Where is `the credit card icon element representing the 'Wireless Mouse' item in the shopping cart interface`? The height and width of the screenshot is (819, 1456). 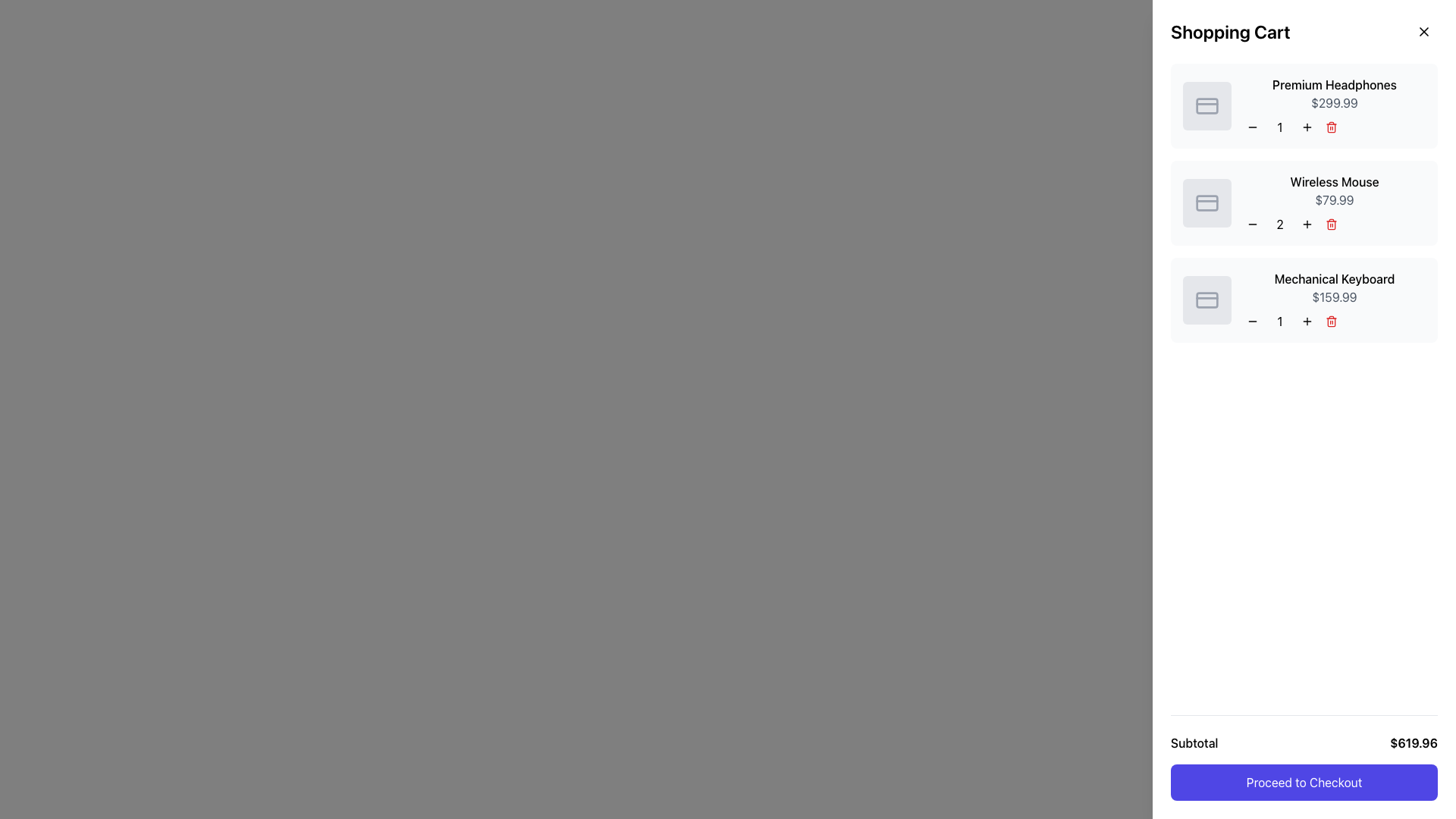
the credit card icon element representing the 'Wireless Mouse' item in the shopping cart interface is located at coordinates (1207, 202).